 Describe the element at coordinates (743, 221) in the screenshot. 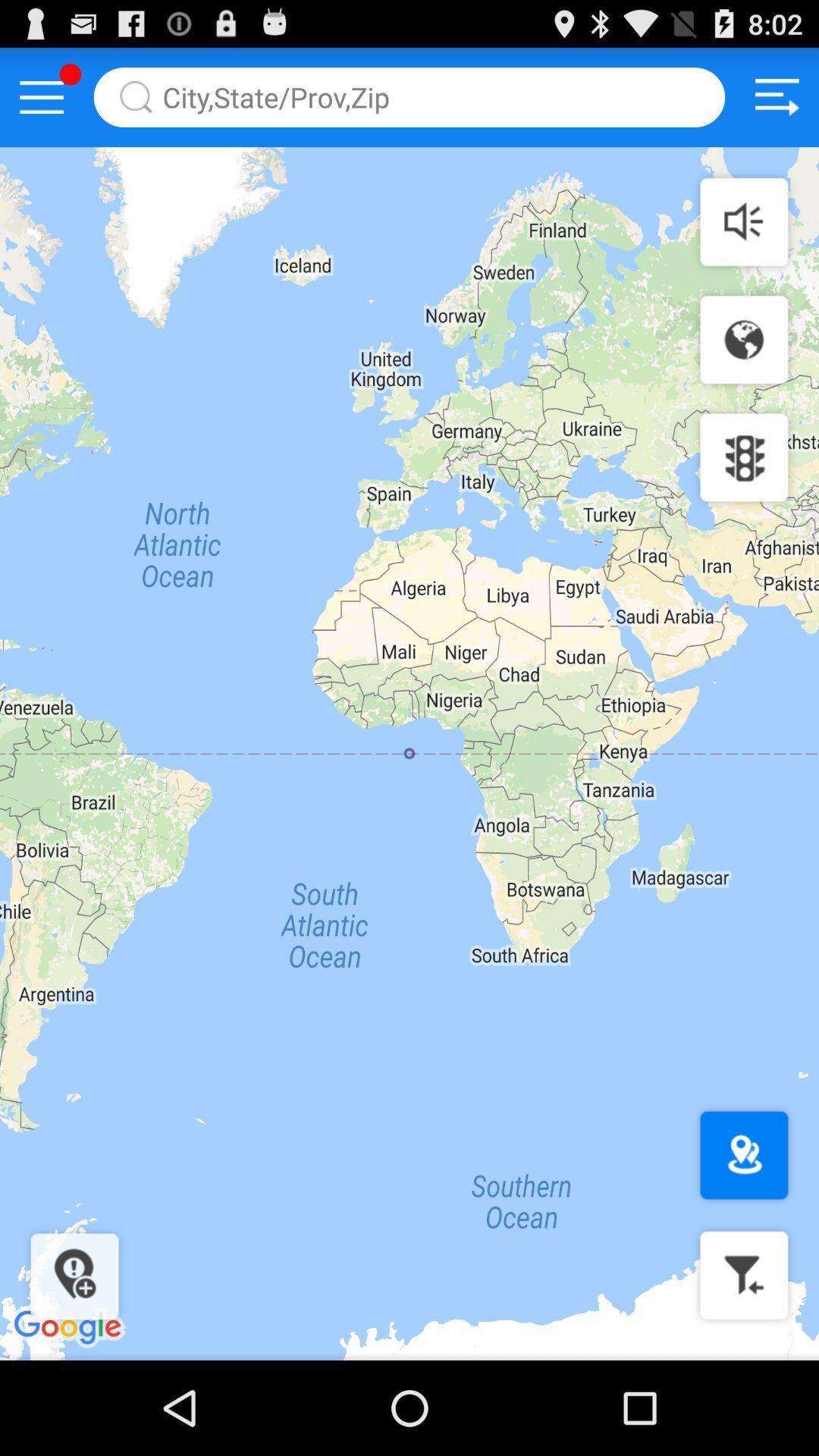

I see `adjust volume` at that location.